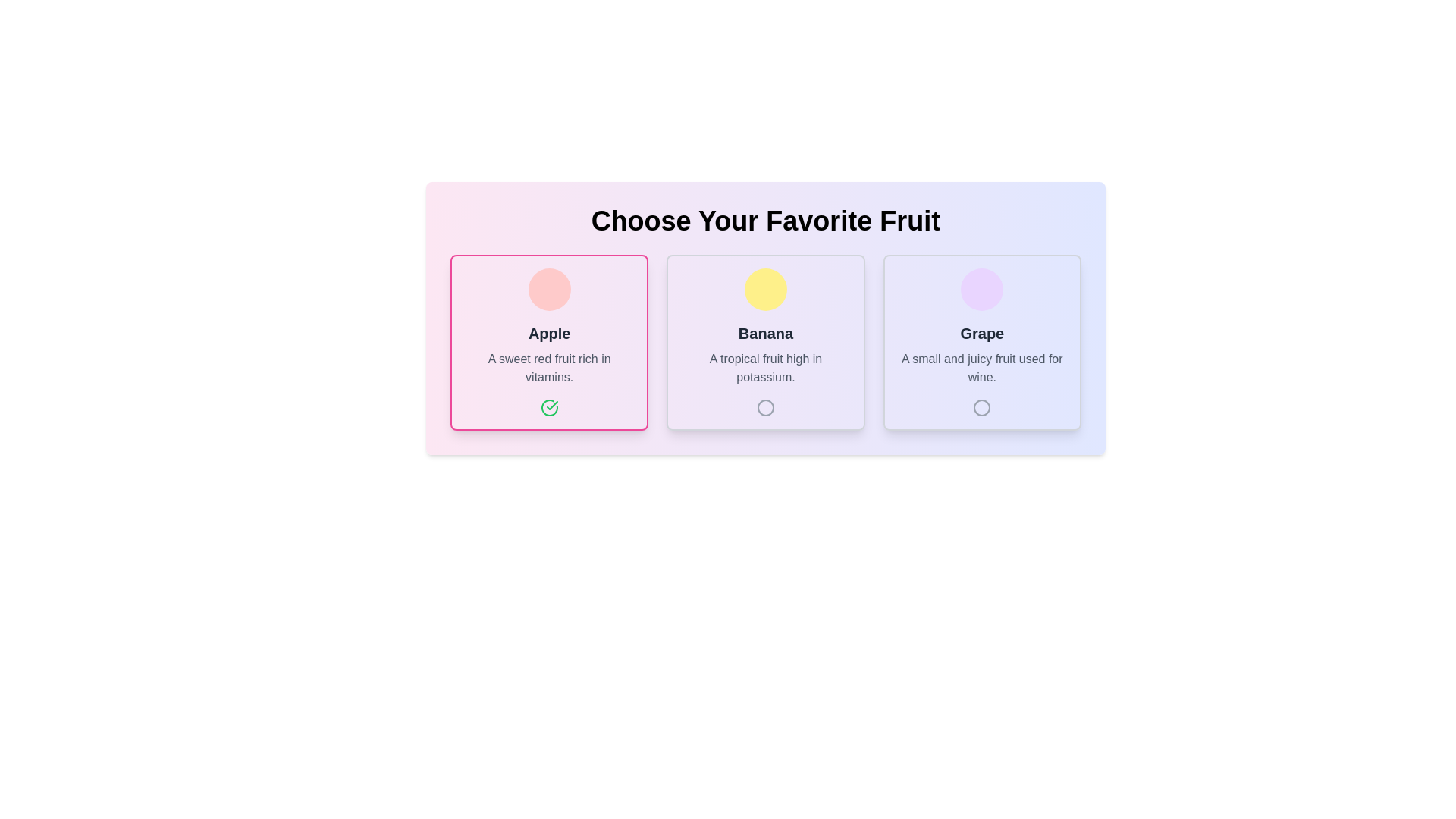 Image resolution: width=1456 pixels, height=819 pixels. What do you see at coordinates (982, 406) in the screenshot?
I see `the circular indicator or icon located at the bottom center of the 'Grape' card, which is the third card from the left in the row of three fruit cards` at bounding box center [982, 406].